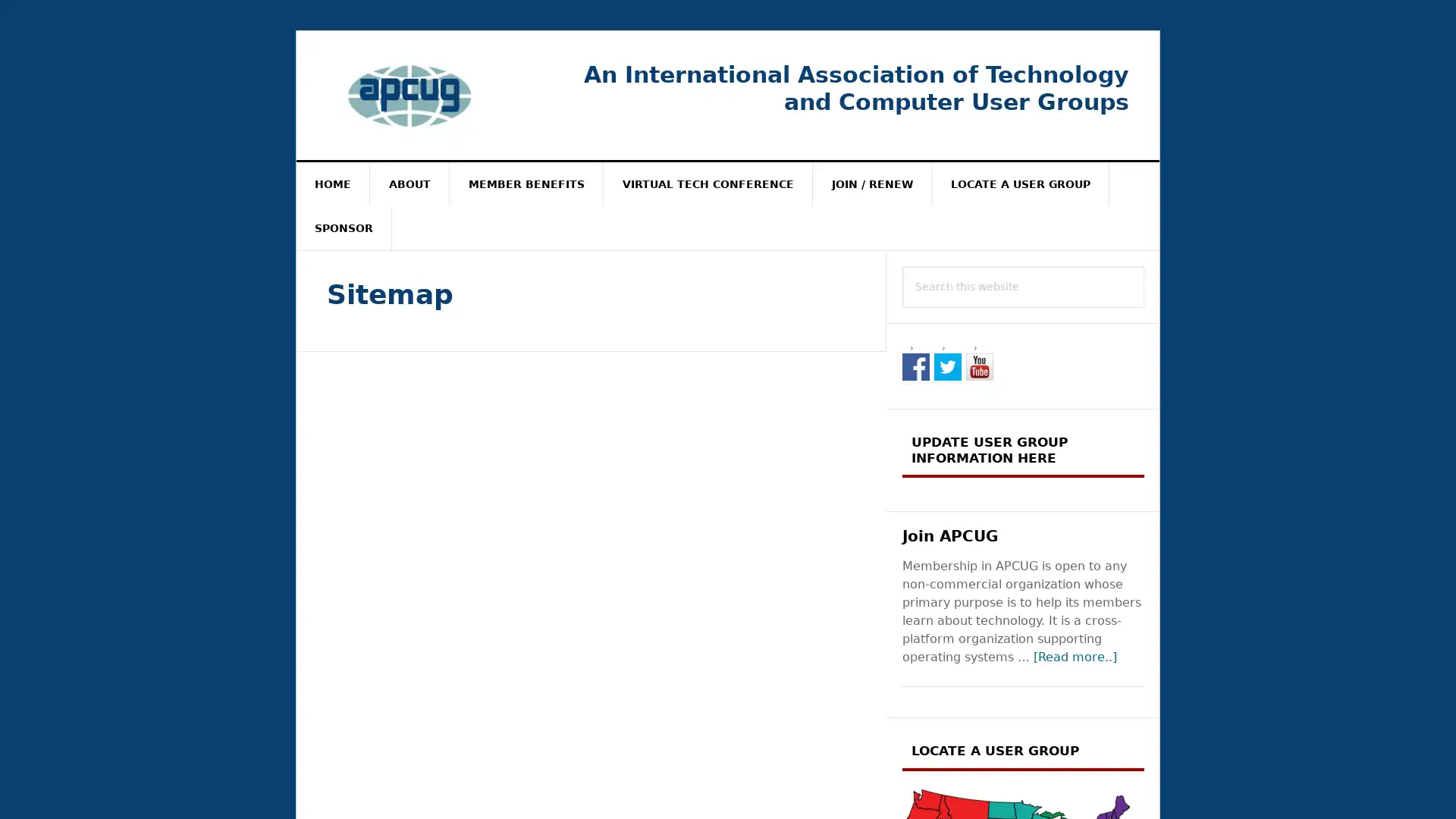 Image resolution: width=1456 pixels, height=819 pixels. I want to click on Search, so click(1144, 265).